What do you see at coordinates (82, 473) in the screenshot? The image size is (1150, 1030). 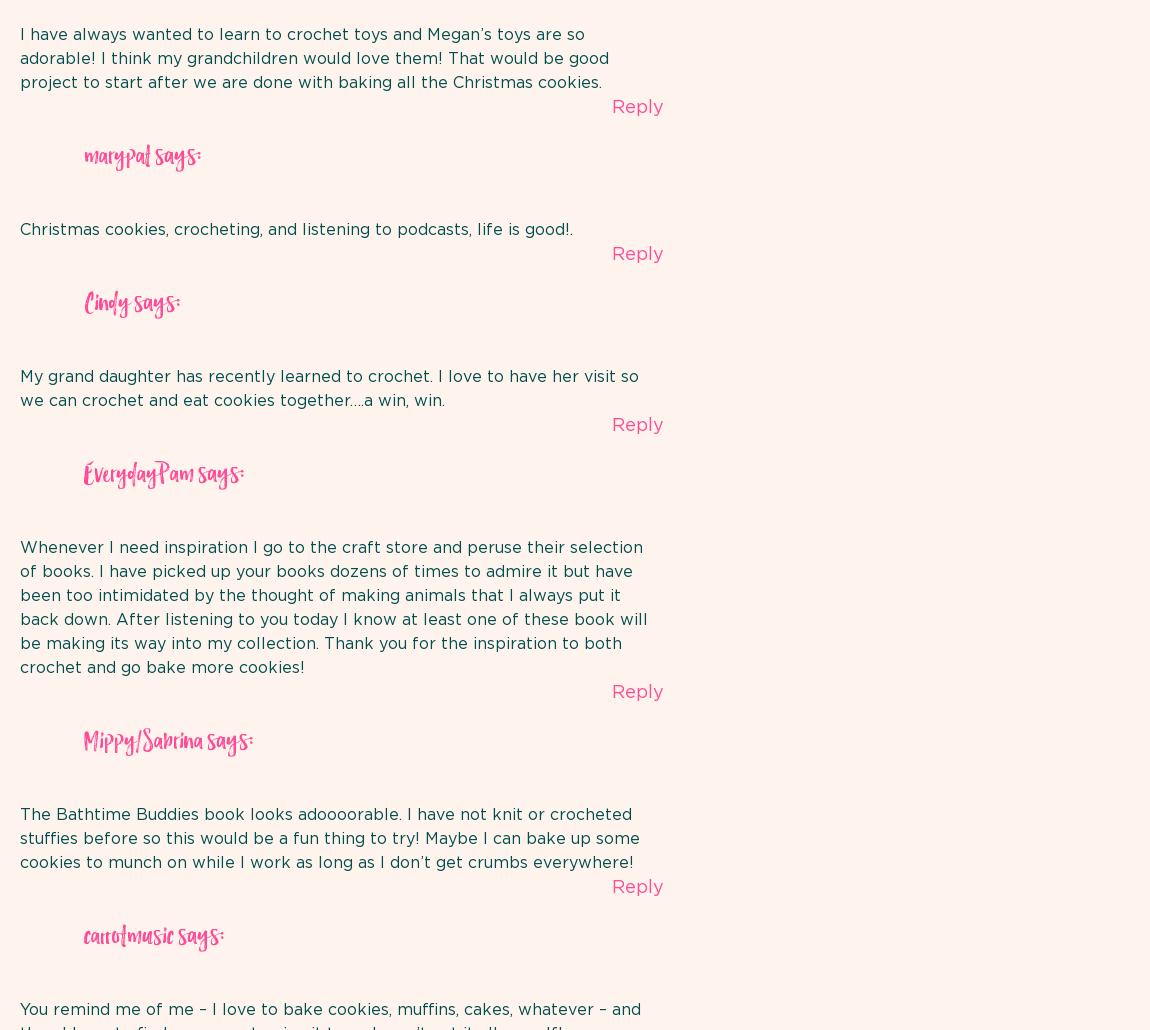 I see `'EverydayPam'` at bounding box center [82, 473].